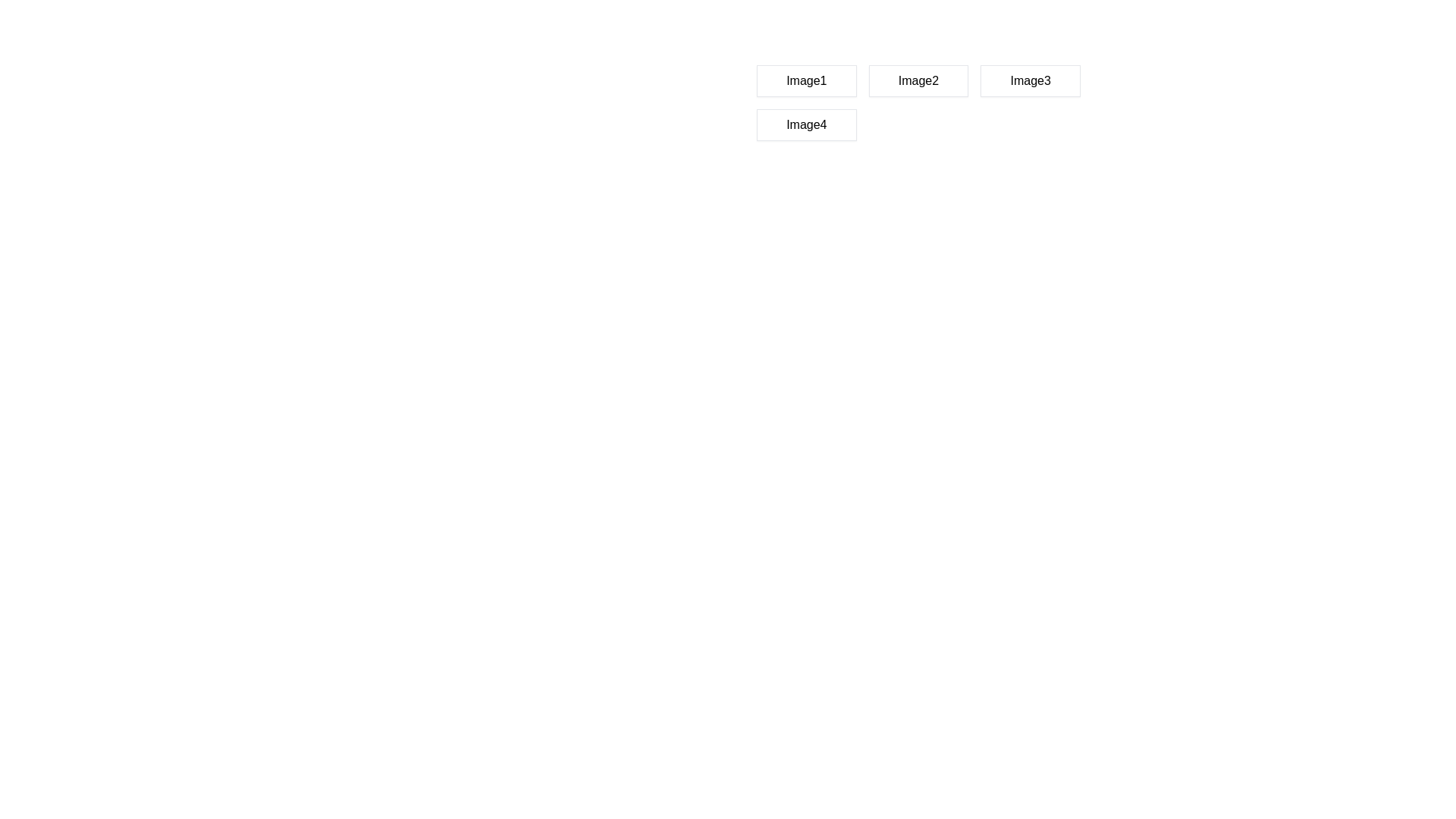  I want to click on the button labeled 'Image1', which is the first button in a grid layout, featuring a white background with a gray border and centered text, so click(805, 81).